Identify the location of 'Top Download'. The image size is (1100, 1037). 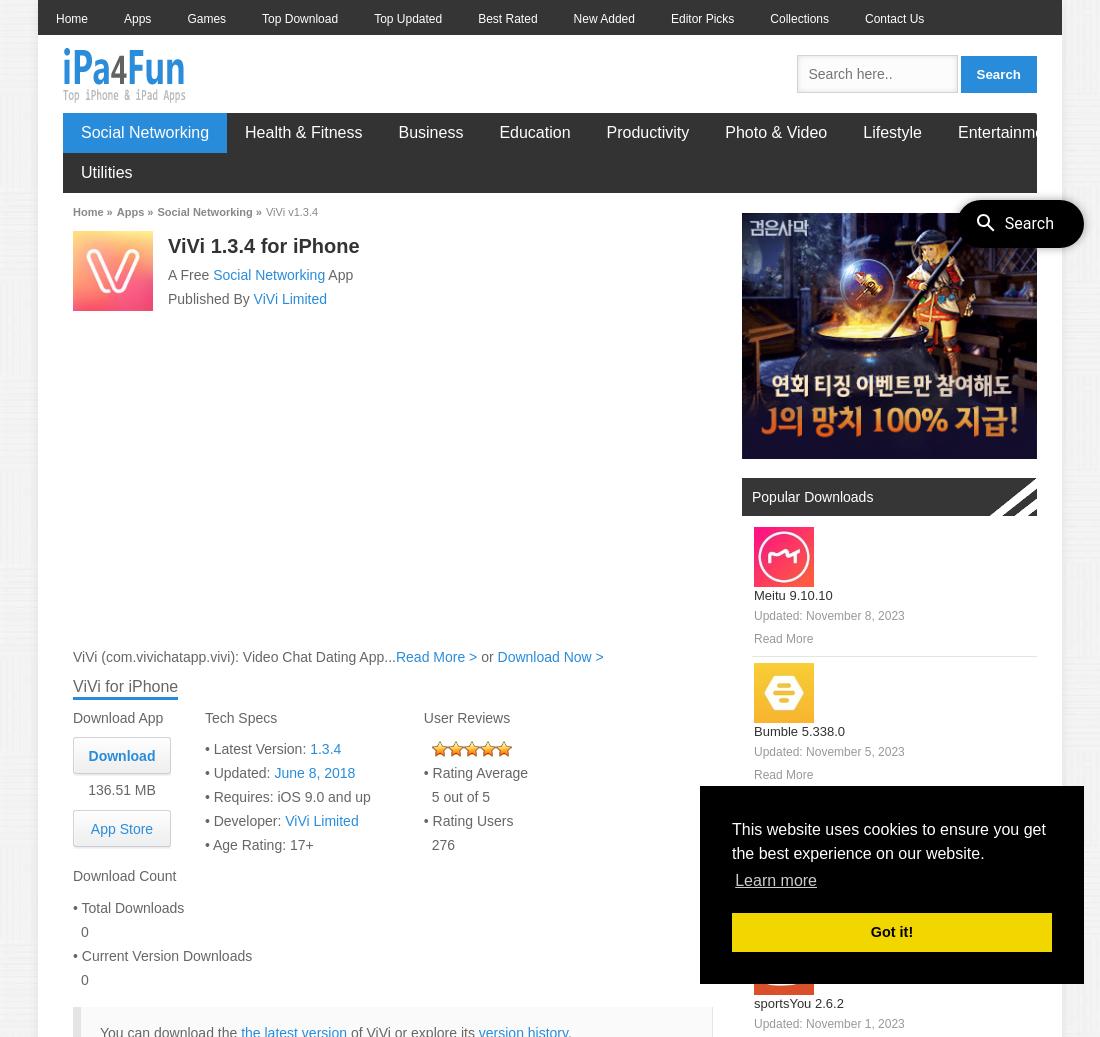
(298, 17).